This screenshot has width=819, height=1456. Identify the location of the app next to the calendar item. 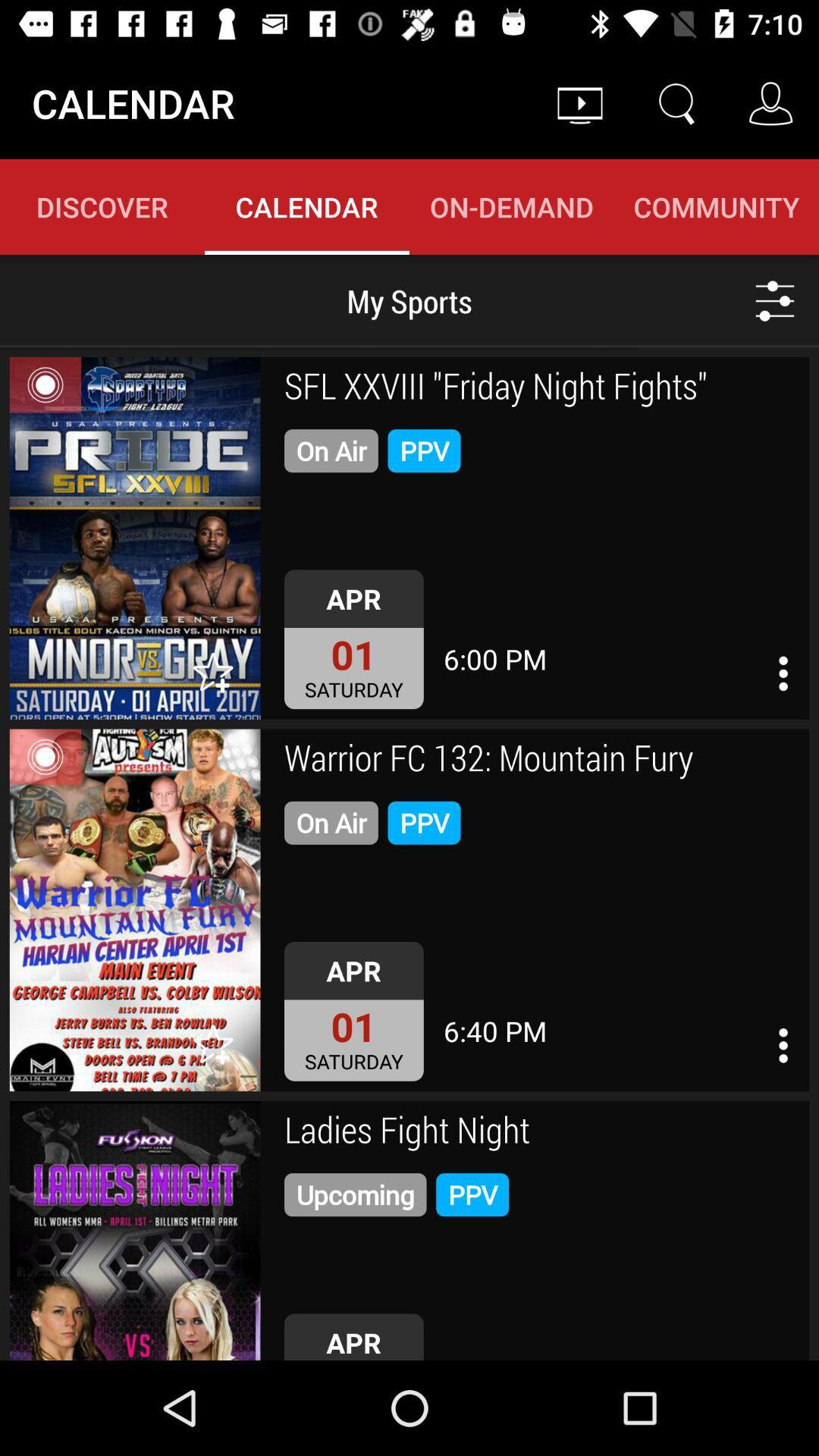
(579, 102).